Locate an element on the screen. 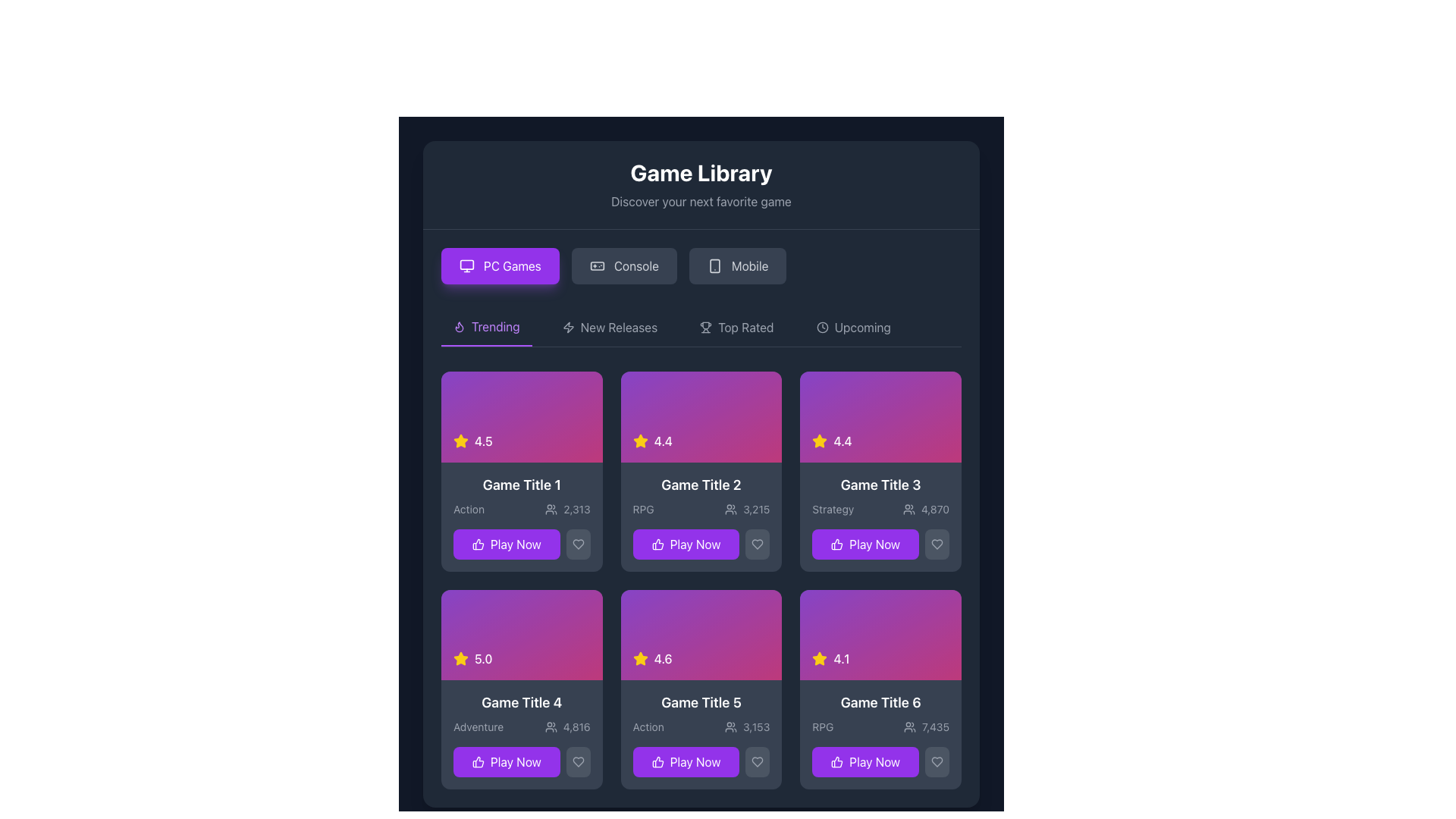 The image size is (1456, 819). the heart icon located at the bottom-right corner of the card for 'Game Title 3' to mark it as a favorite is located at coordinates (937, 543).